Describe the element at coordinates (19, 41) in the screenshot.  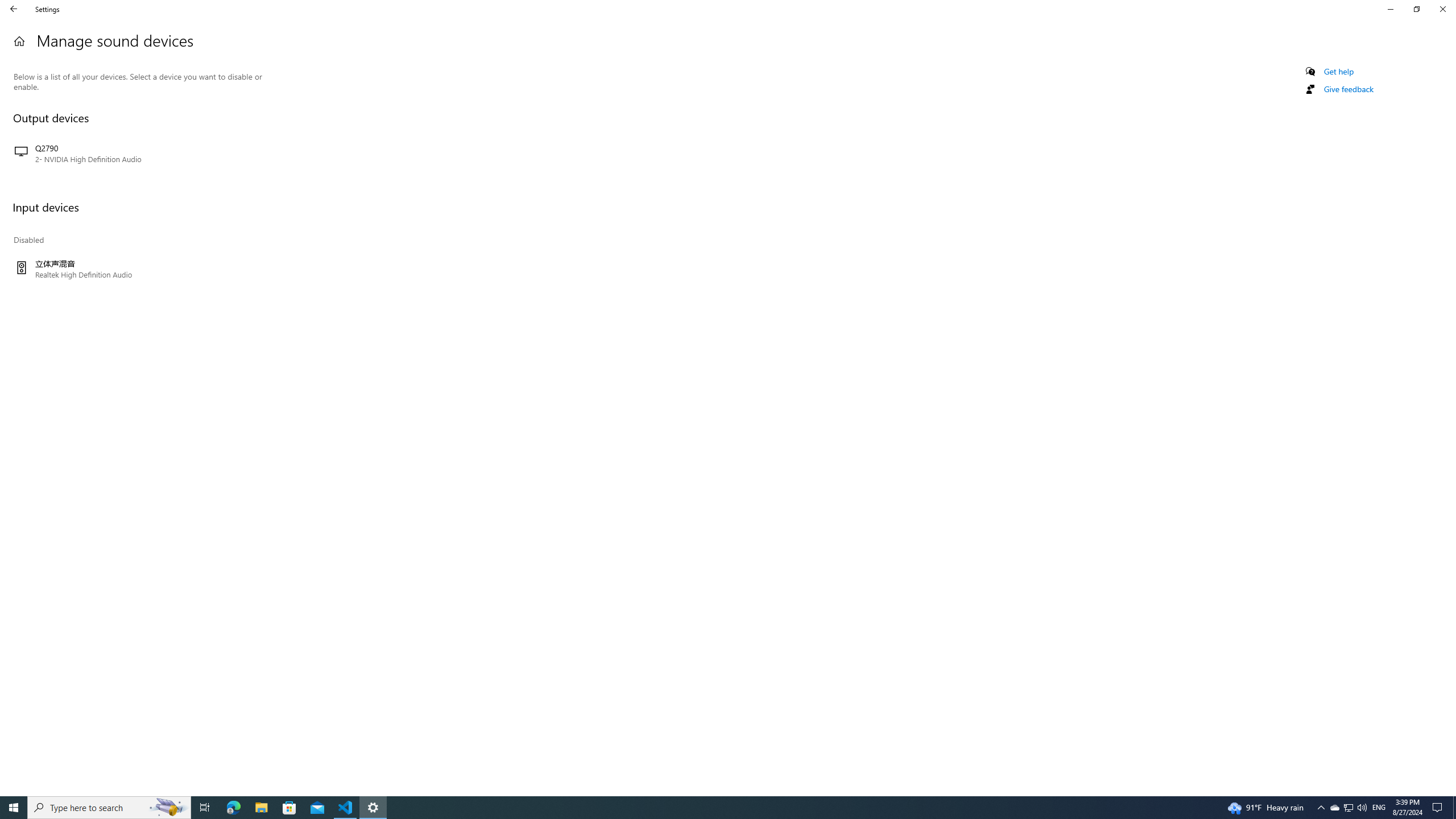
I see `'Home'` at that location.